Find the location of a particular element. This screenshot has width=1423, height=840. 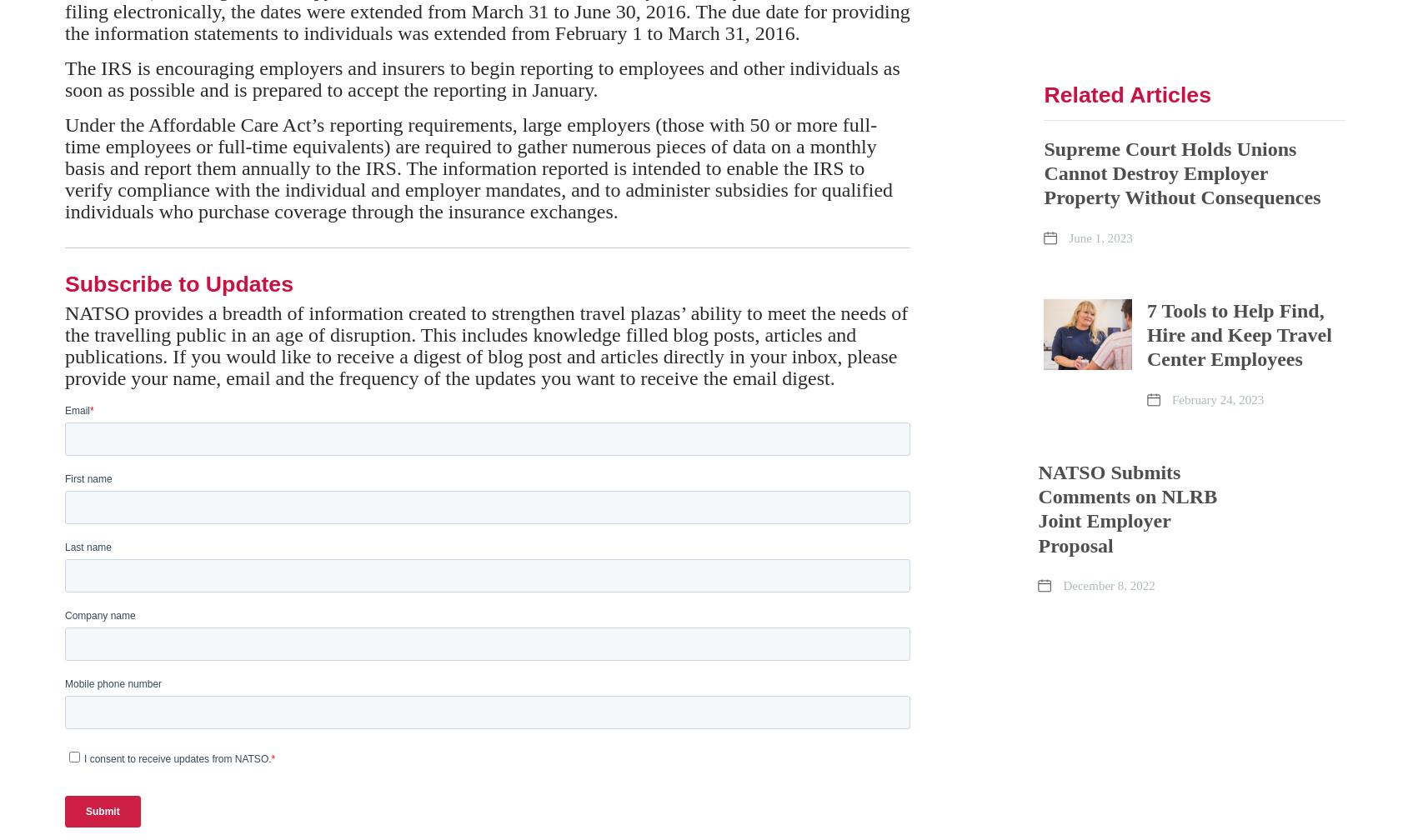

'7 Tools to Help Find, Hire and Keep Travel Center Employees' is located at coordinates (1237, 334).